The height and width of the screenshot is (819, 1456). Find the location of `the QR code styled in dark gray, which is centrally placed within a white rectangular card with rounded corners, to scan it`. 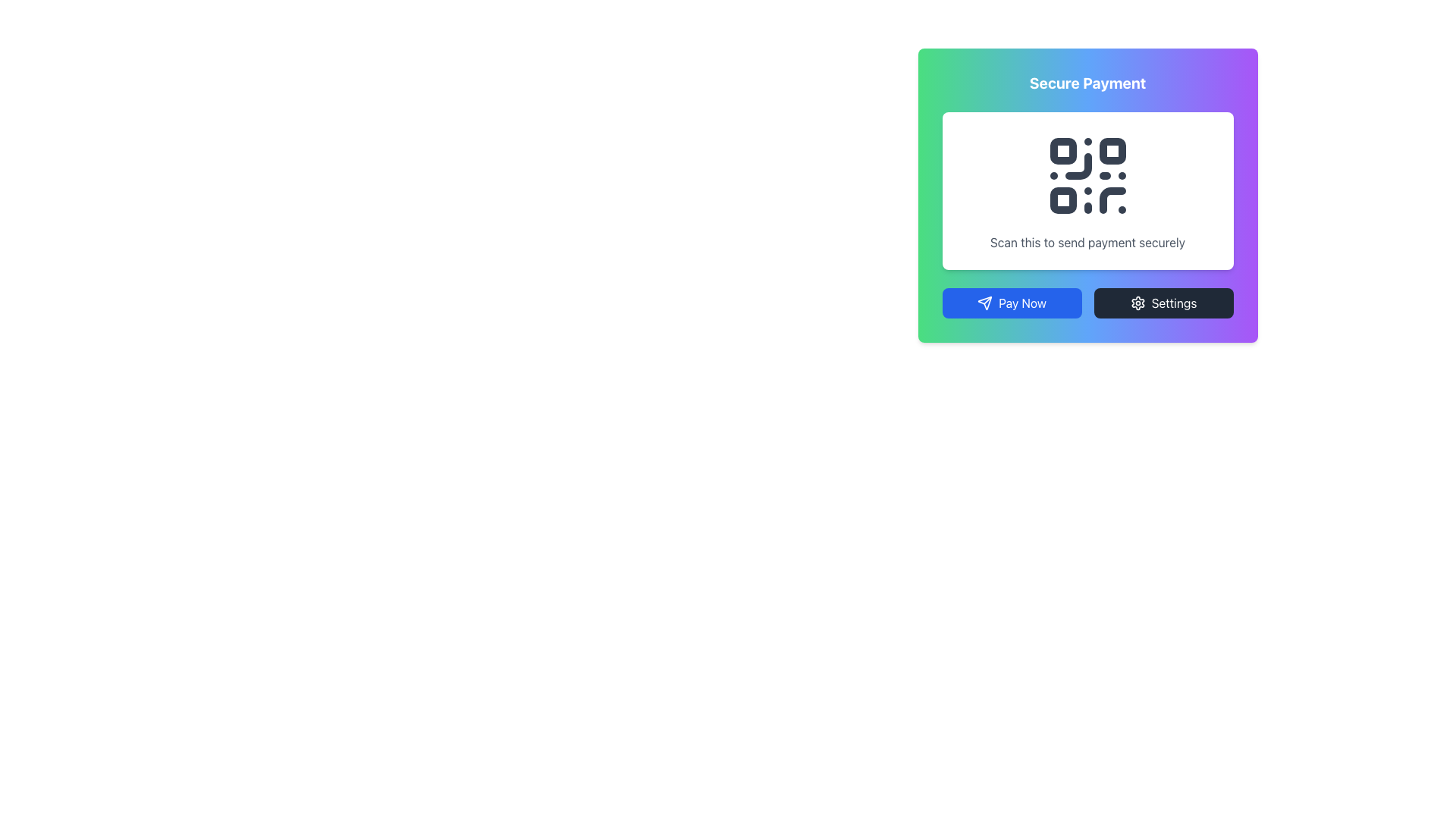

the QR code styled in dark gray, which is centrally placed within a white rectangular card with rounded corners, to scan it is located at coordinates (1087, 174).